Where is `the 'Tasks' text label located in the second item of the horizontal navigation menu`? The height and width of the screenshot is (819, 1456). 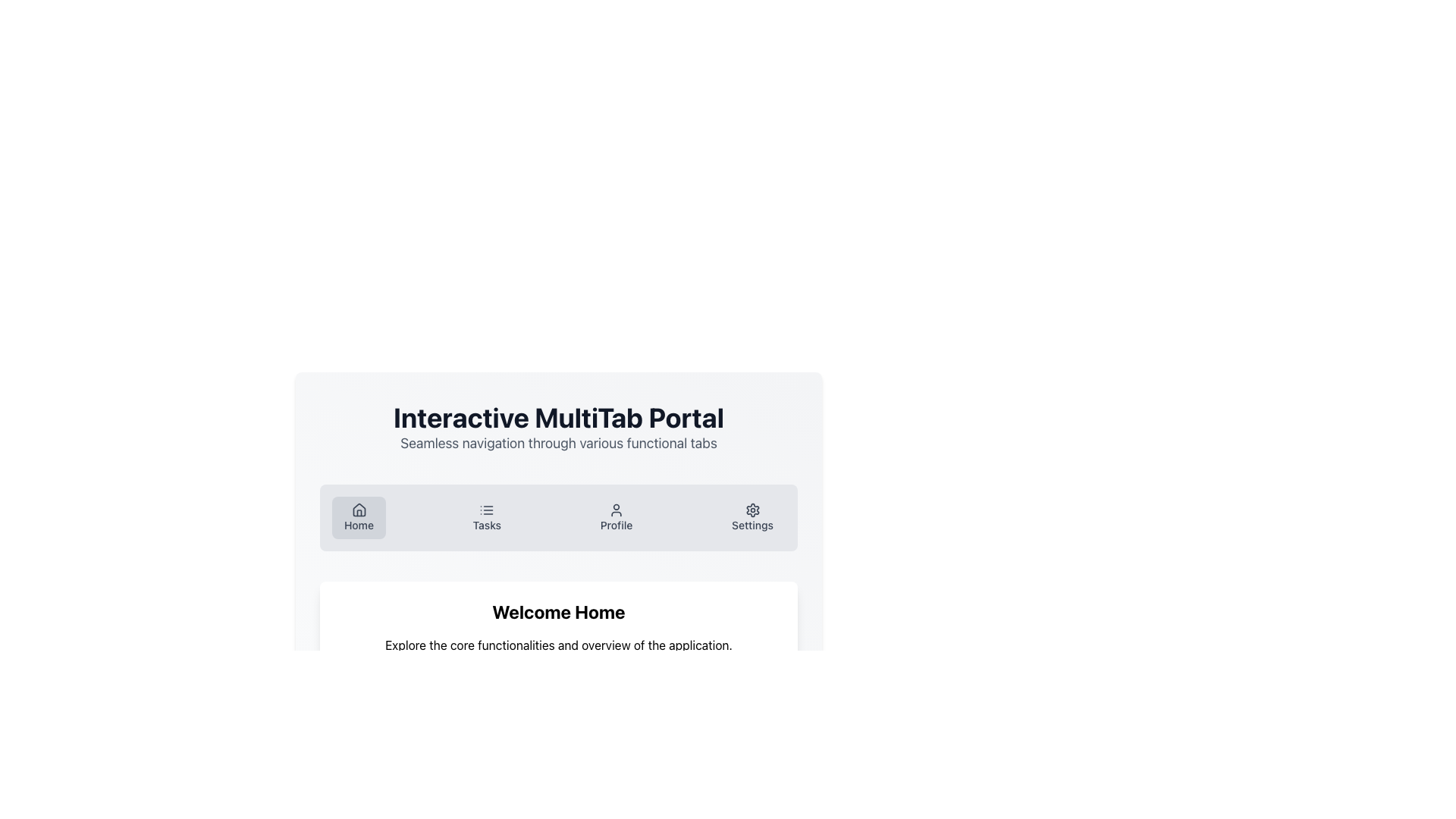
the 'Tasks' text label located in the second item of the horizontal navigation menu is located at coordinates (487, 525).